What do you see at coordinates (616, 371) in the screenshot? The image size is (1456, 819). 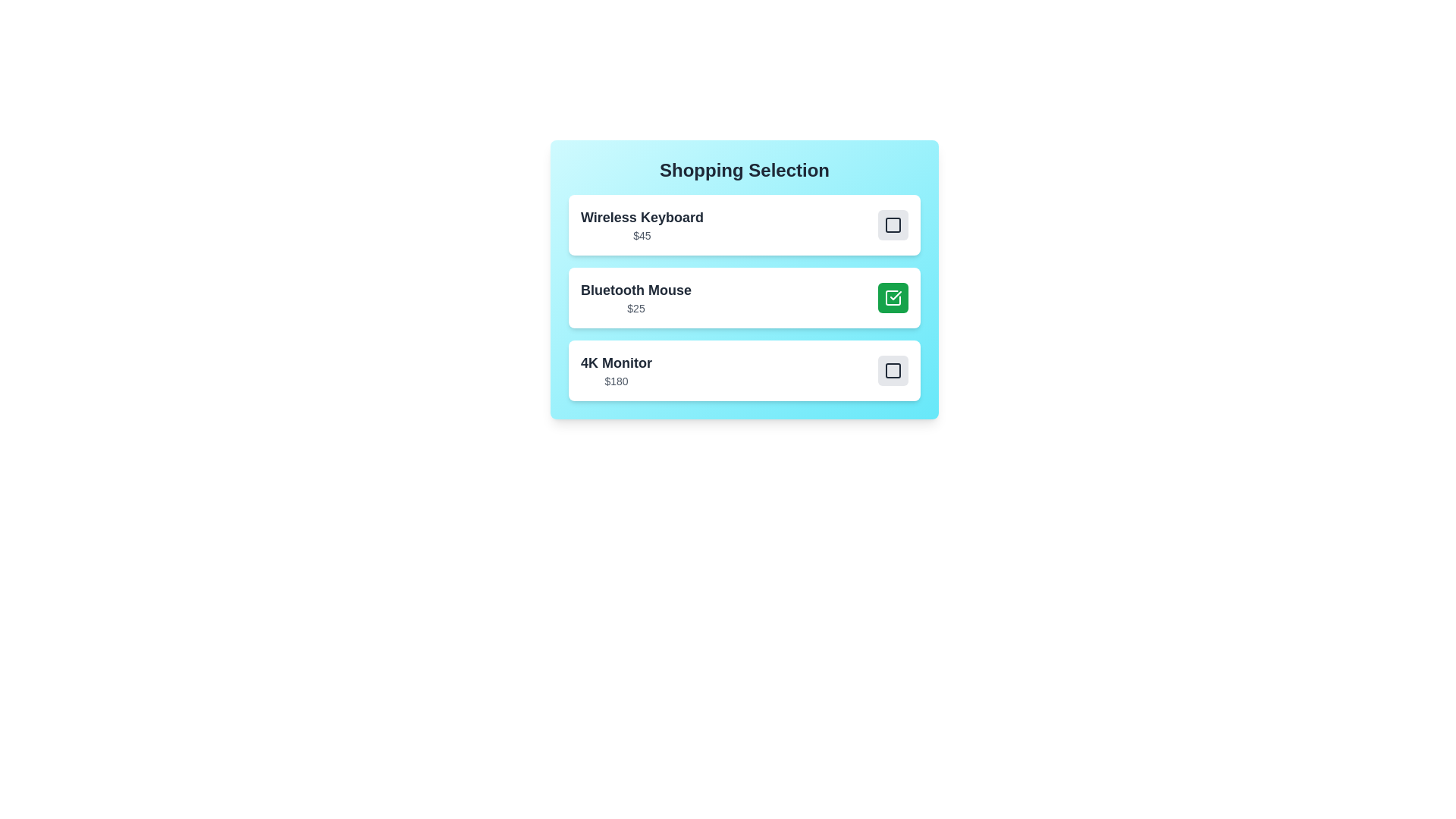 I see `displayed text from the Text Label that shows the price of a product located in the third section of the card within the shopping interface` at bounding box center [616, 371].